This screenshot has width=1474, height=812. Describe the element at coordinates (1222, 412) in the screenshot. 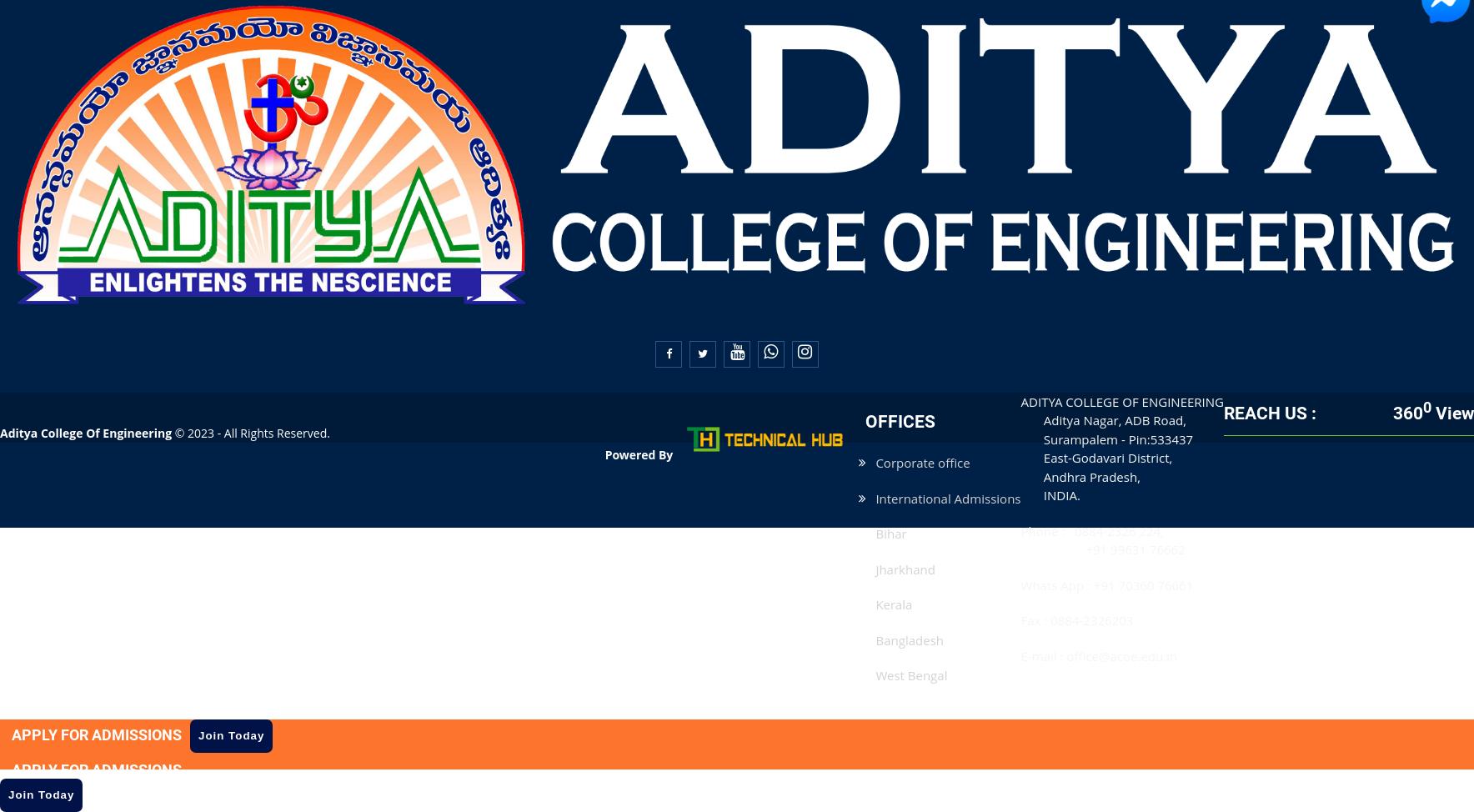

I see `'REACH US :'` at that location.